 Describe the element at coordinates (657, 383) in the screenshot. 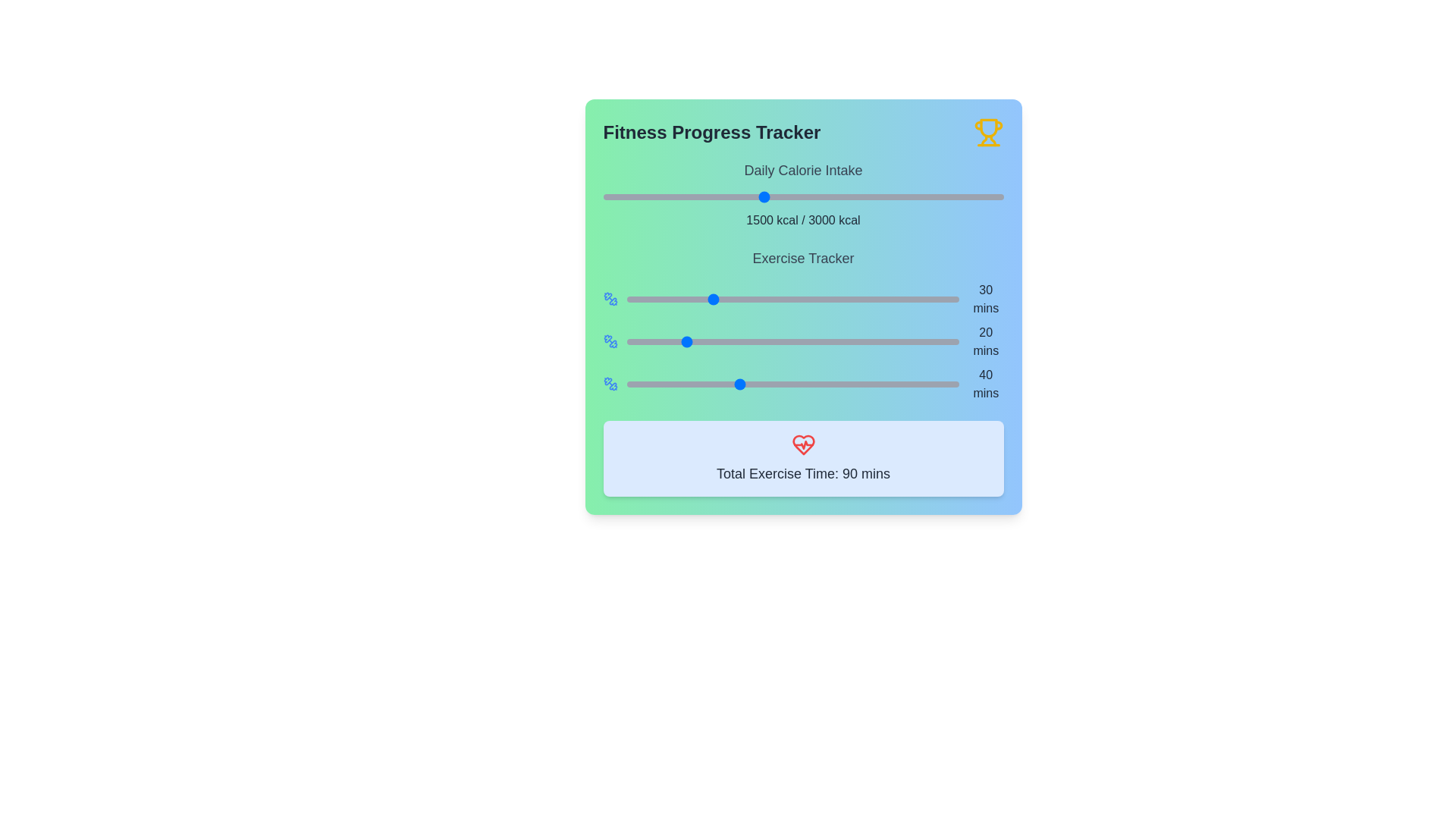

I see `the exercise time` at that location.